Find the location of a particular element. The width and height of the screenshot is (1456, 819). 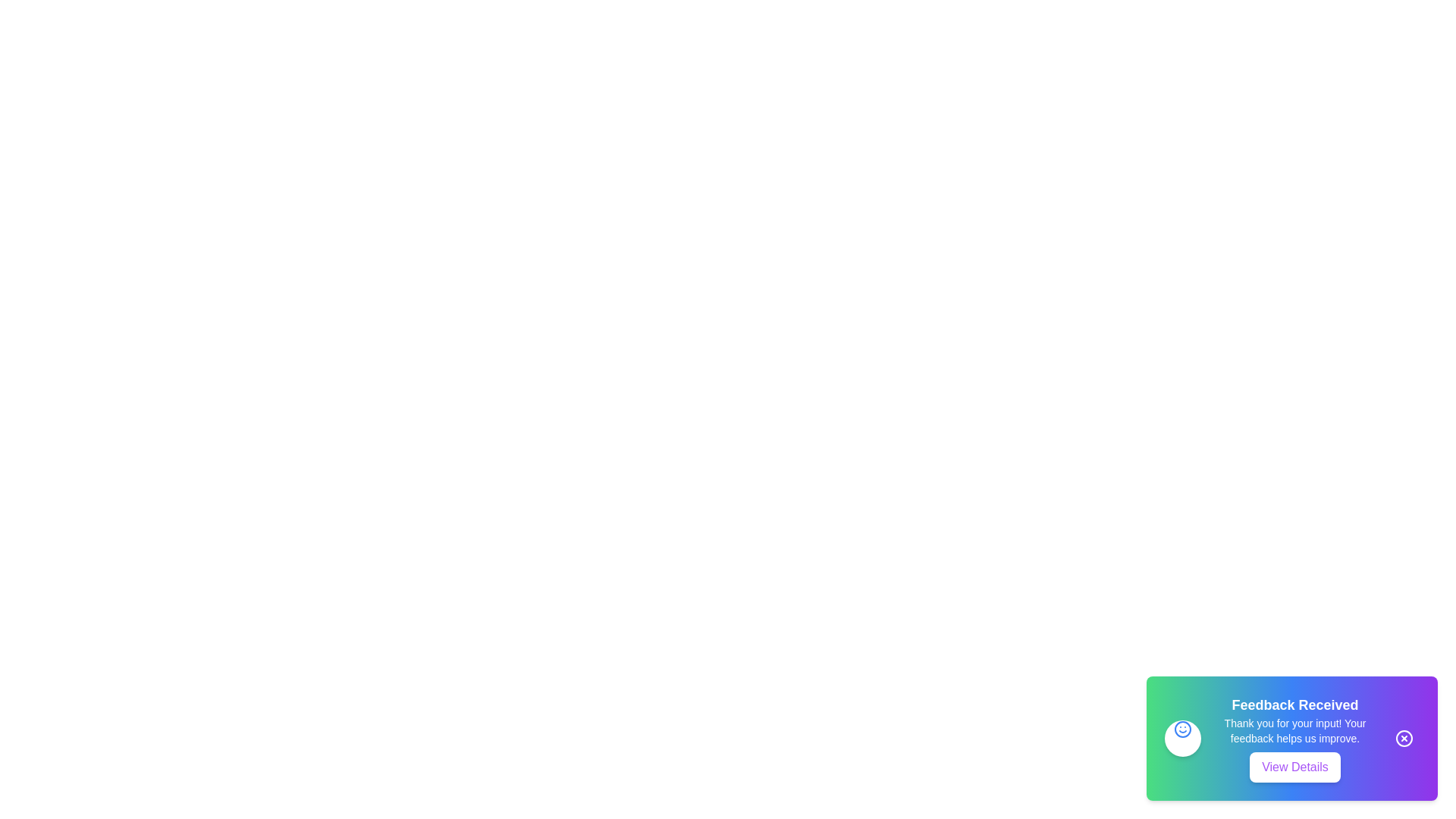

the smiley icon in the feedback snackbar is located at coordinates (1182, 728).